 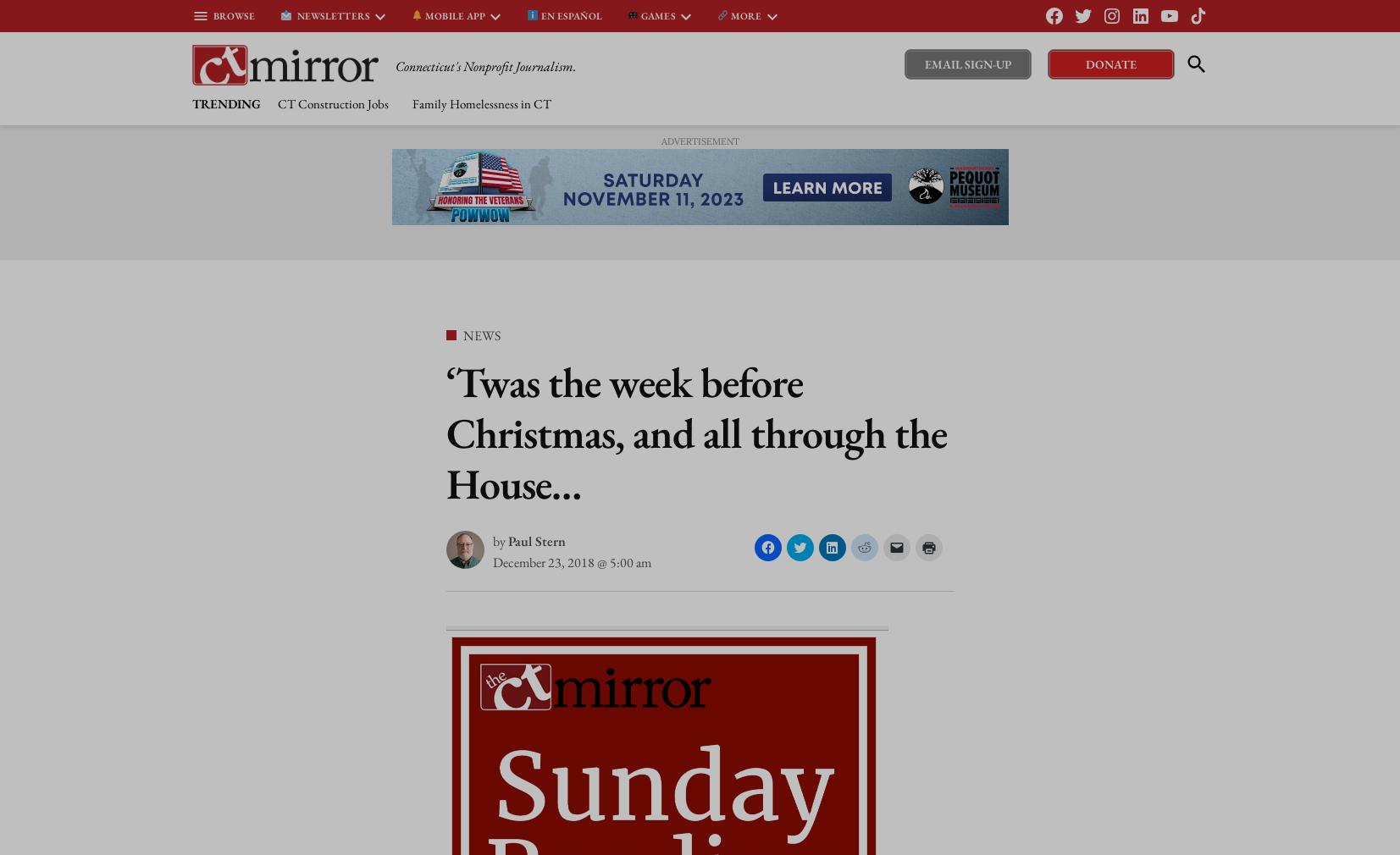 What do you see at coordinates (1263, 111) in the screenshot?
I see `'Oldest'` at bounding box center [1263, 111].